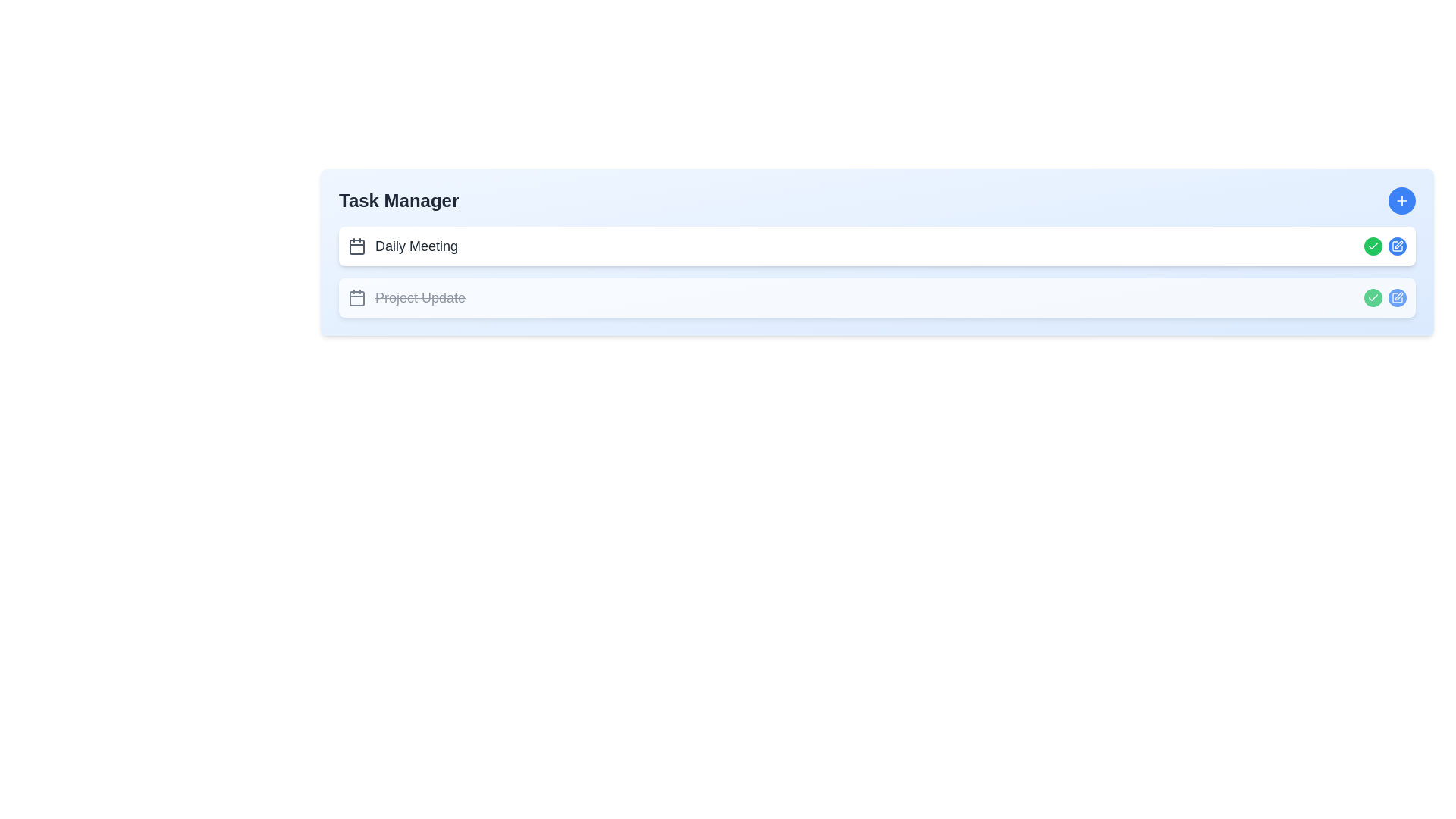  What do you see at coordinates (1385, 245) in the screenshot?
I see `the green button with a white checkmark icon` at bounding box center [1385, 245].